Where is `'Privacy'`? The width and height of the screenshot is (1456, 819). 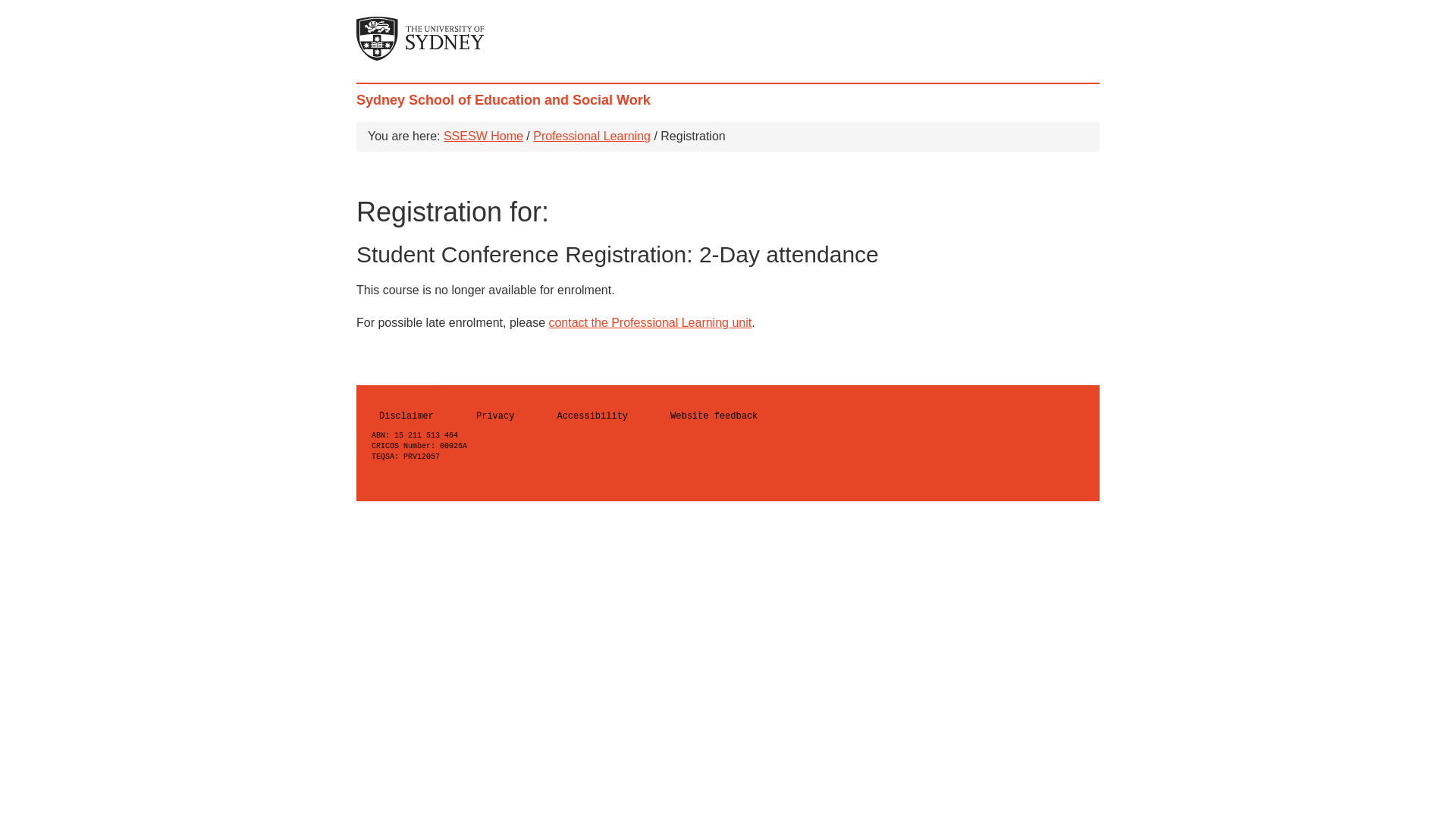
'Privacy' is located at coordinates (516, 416).